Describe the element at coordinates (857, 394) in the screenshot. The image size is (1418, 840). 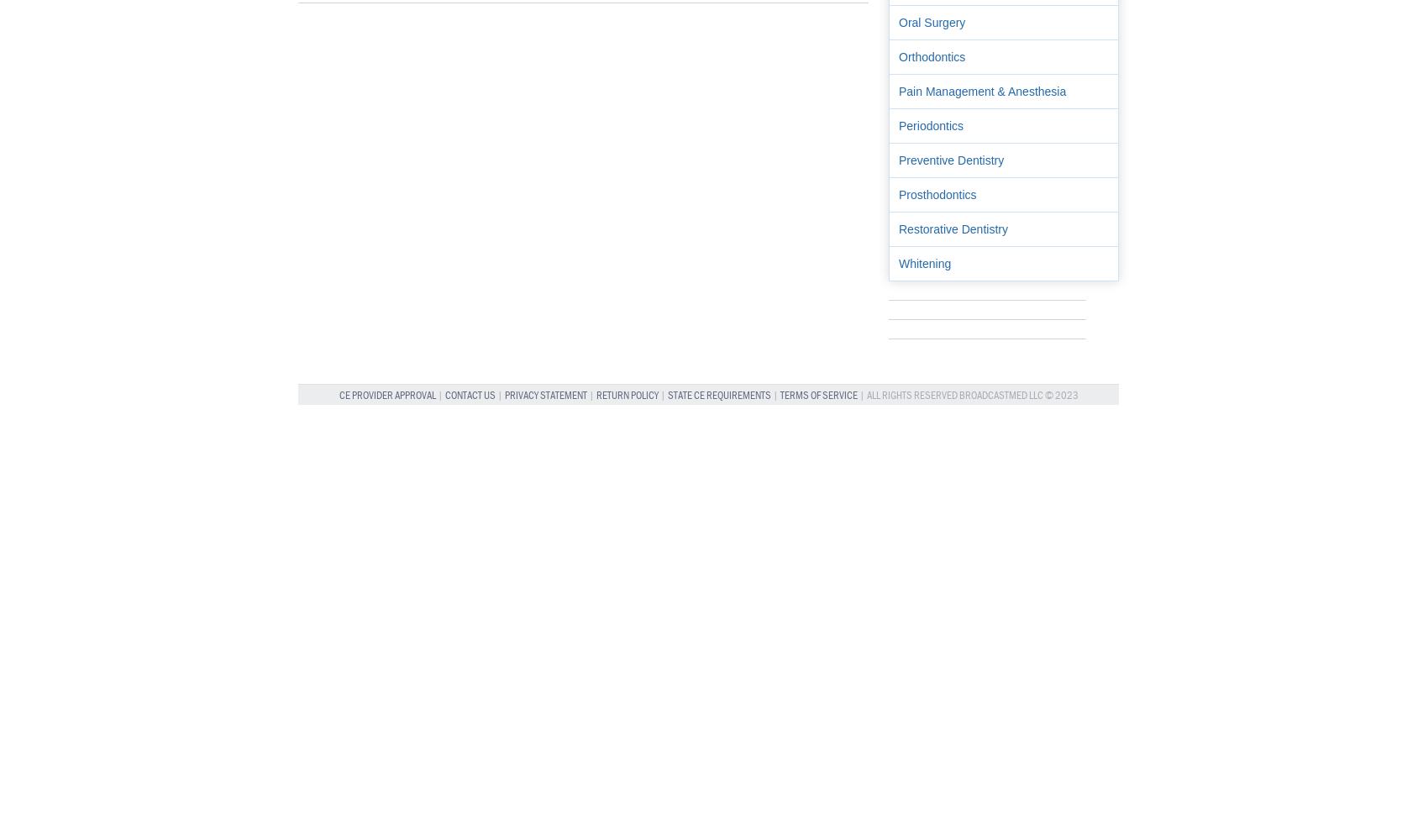
I see `'| ALL RIGHTS RESERVED BroadcastMed LLC © 2023'` at that location.